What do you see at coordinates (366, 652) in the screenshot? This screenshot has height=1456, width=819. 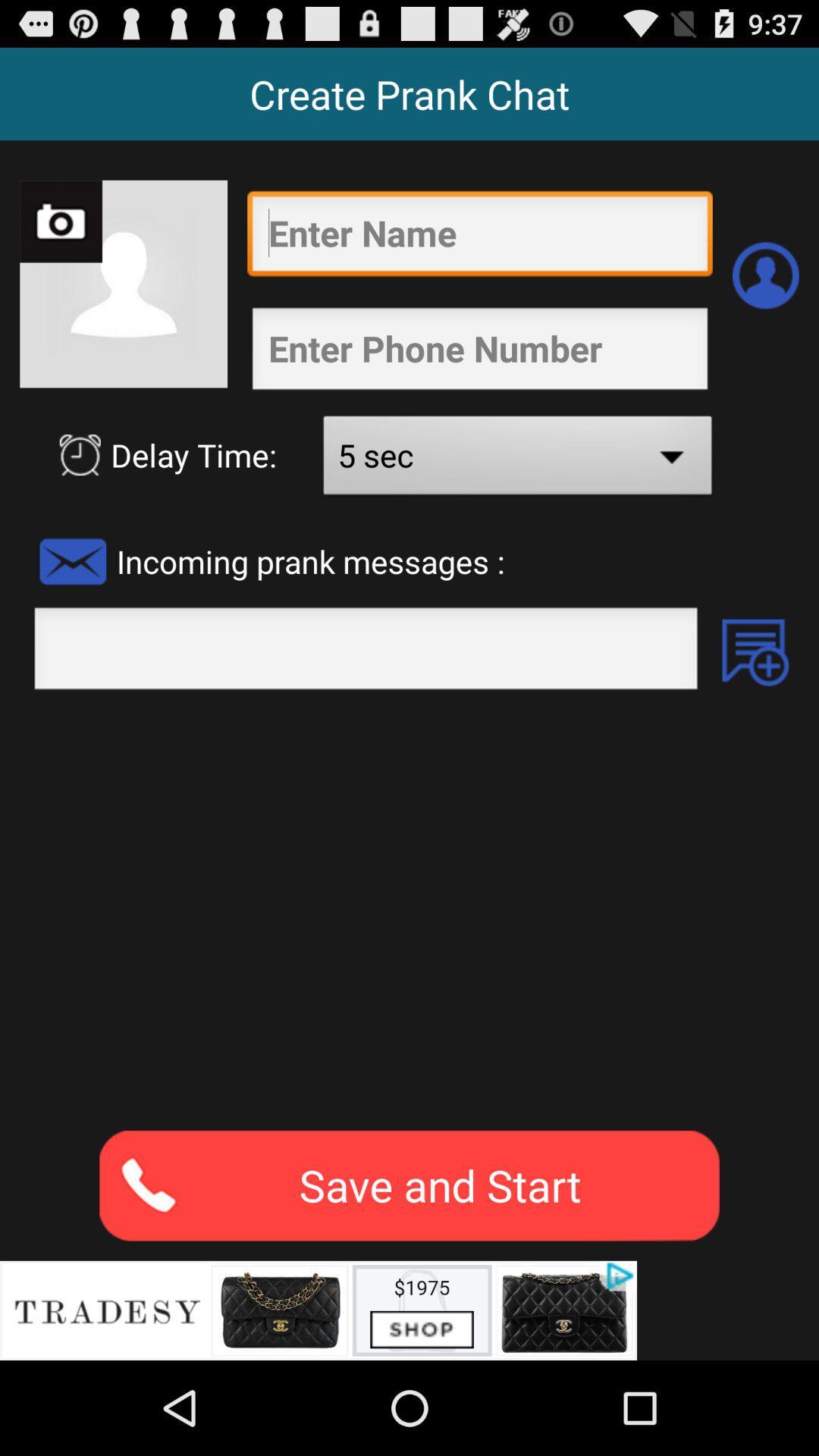 I see `type text` at bounding box center [366, 652].